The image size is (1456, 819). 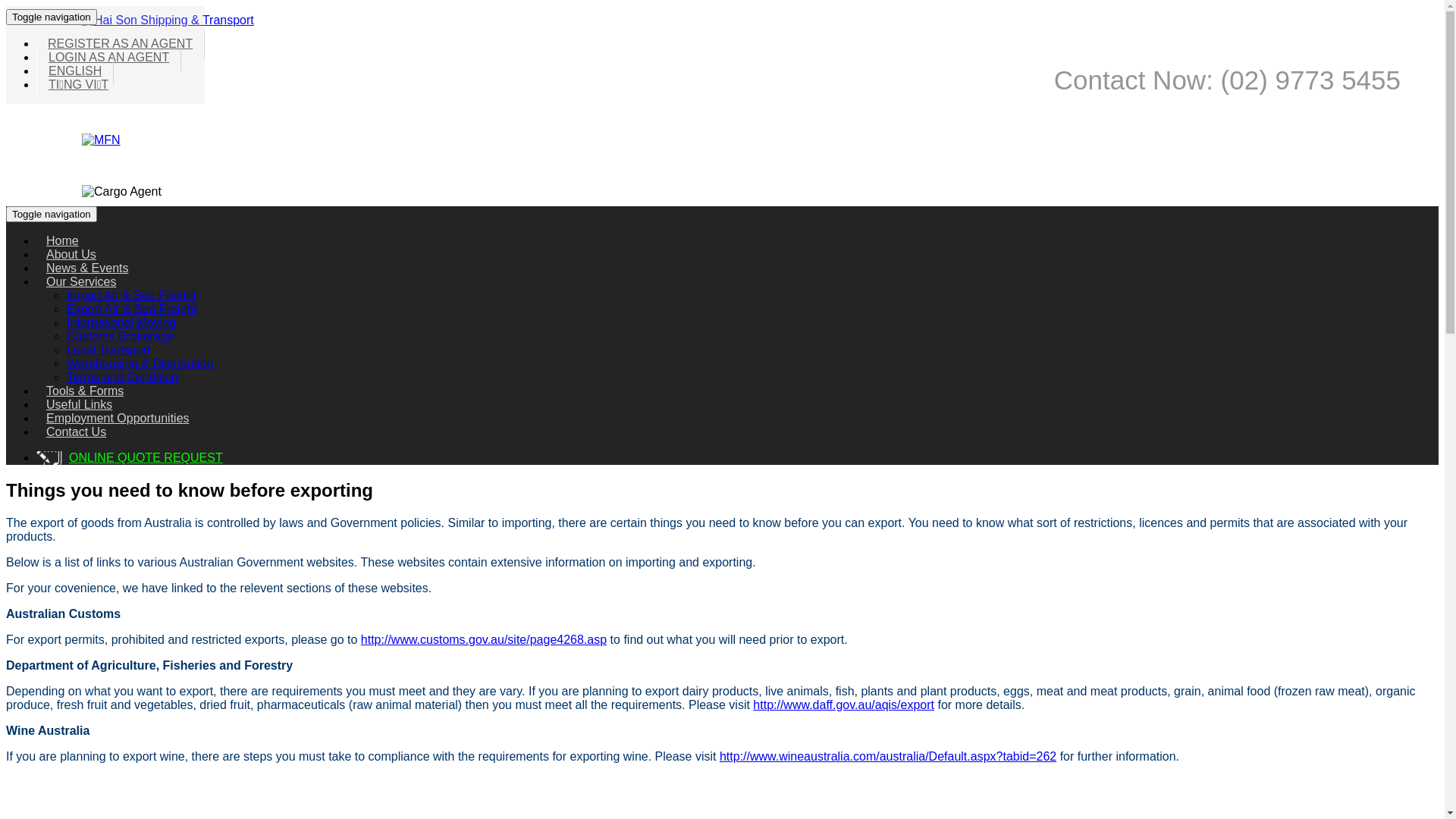 What do you see at coordinates (168, 20) in the screenshot?
I see `'Hai Son Shipping & Transport'` at bounding box center [168, 20].